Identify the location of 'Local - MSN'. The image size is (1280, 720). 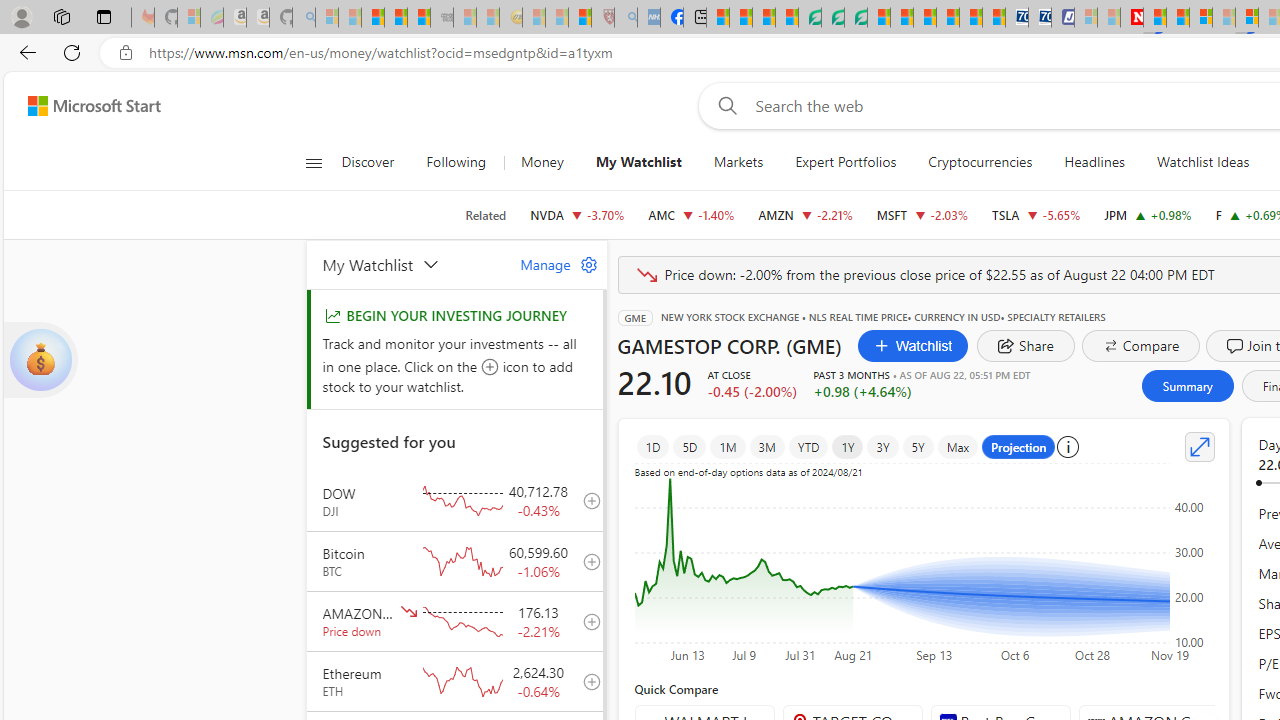
(579, 17).